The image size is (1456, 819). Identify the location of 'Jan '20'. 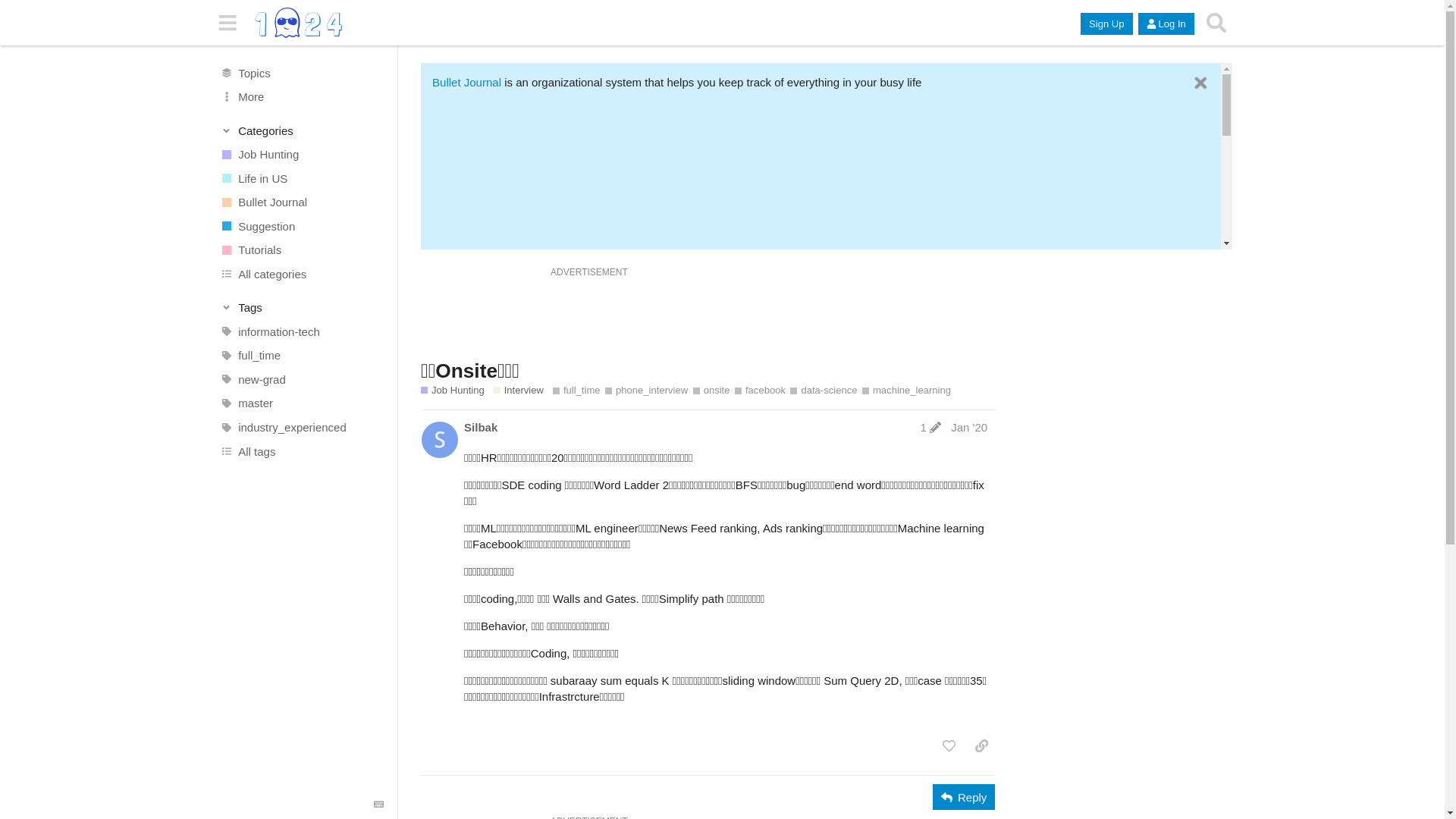
(968, 427).